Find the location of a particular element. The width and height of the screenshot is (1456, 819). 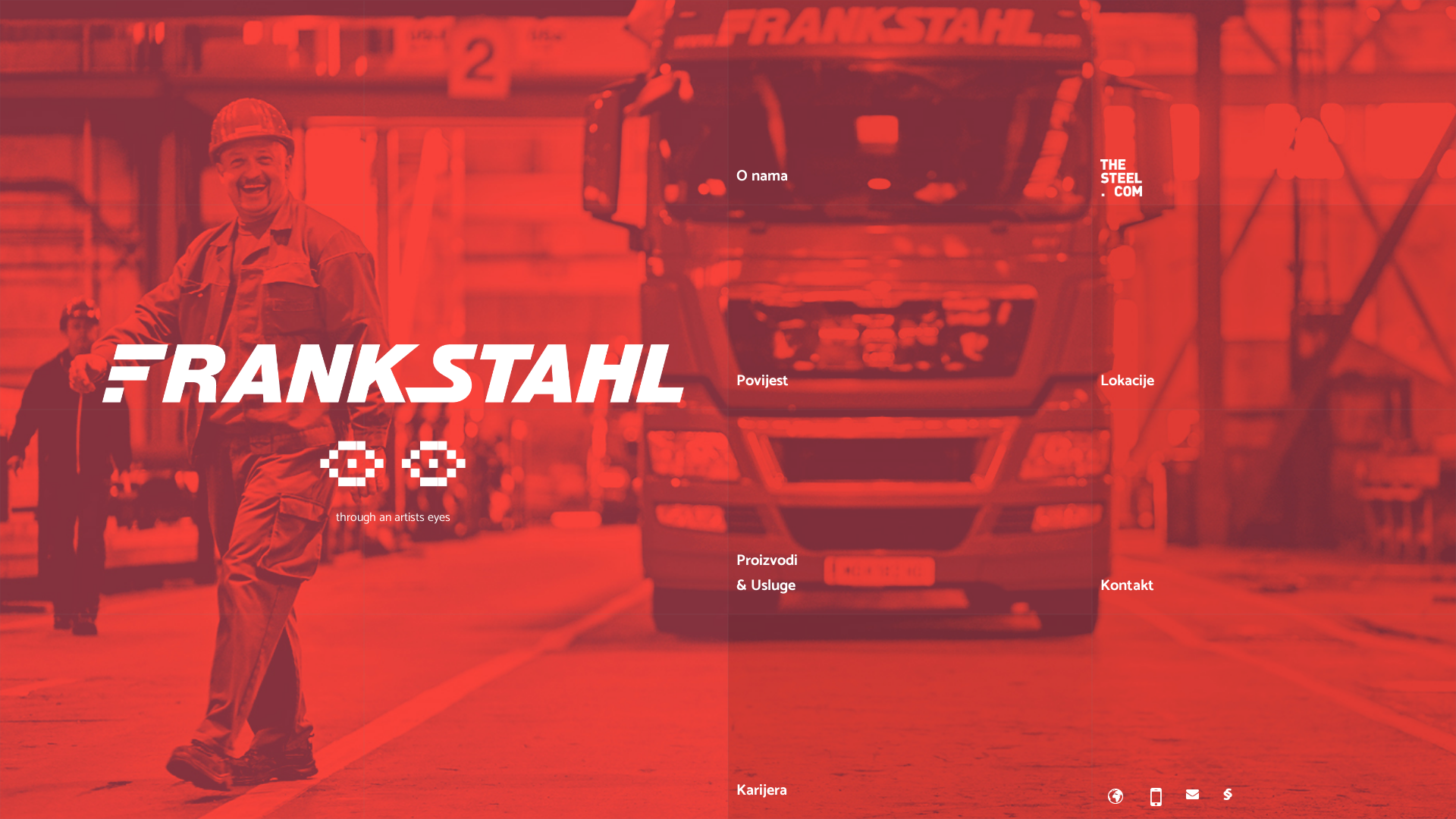

'through an artists eyes' is located at coordinates (393, 478).